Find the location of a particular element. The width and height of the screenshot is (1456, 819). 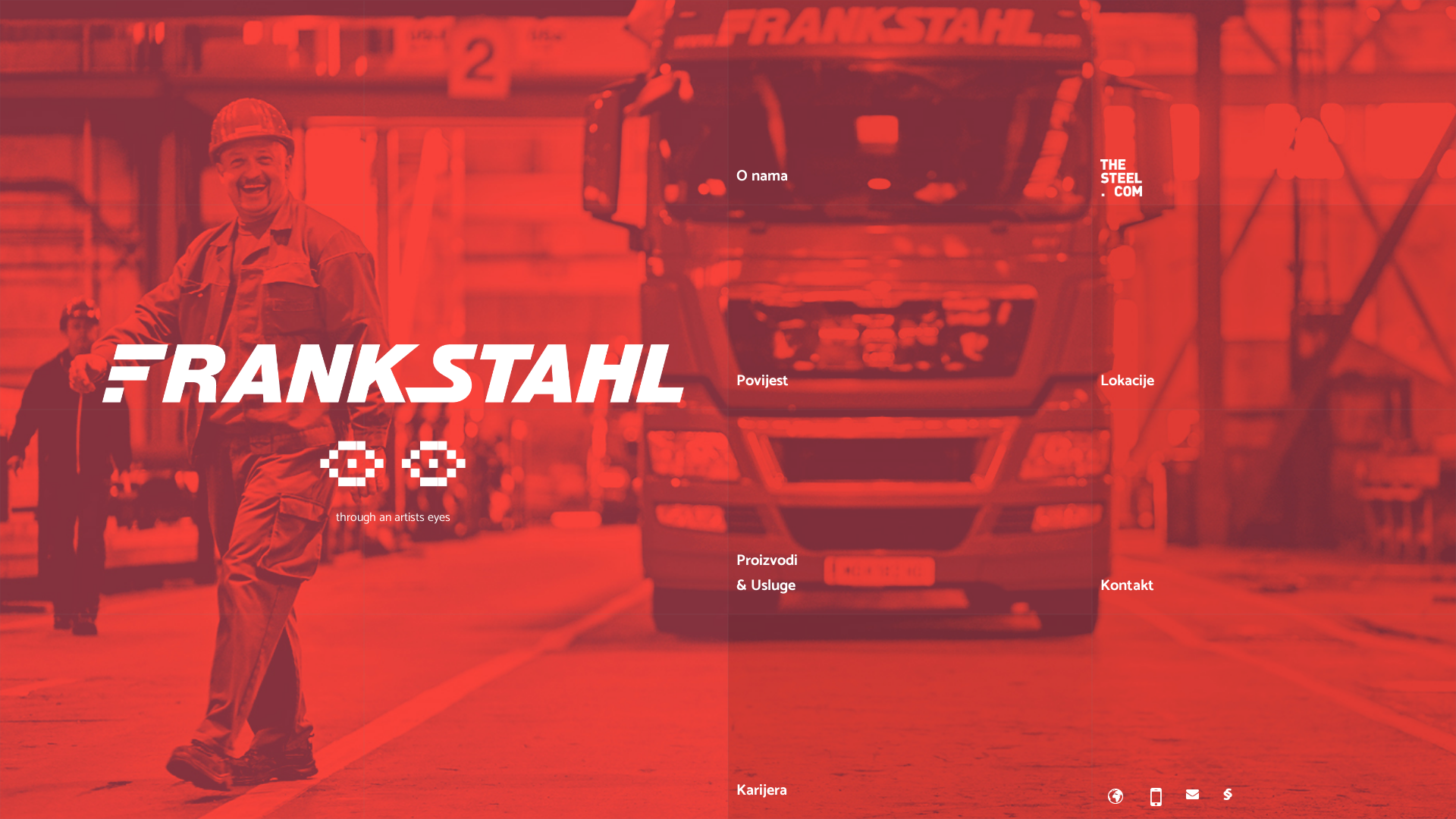

'through an artists eyes' is located at coordinates (393, 478).